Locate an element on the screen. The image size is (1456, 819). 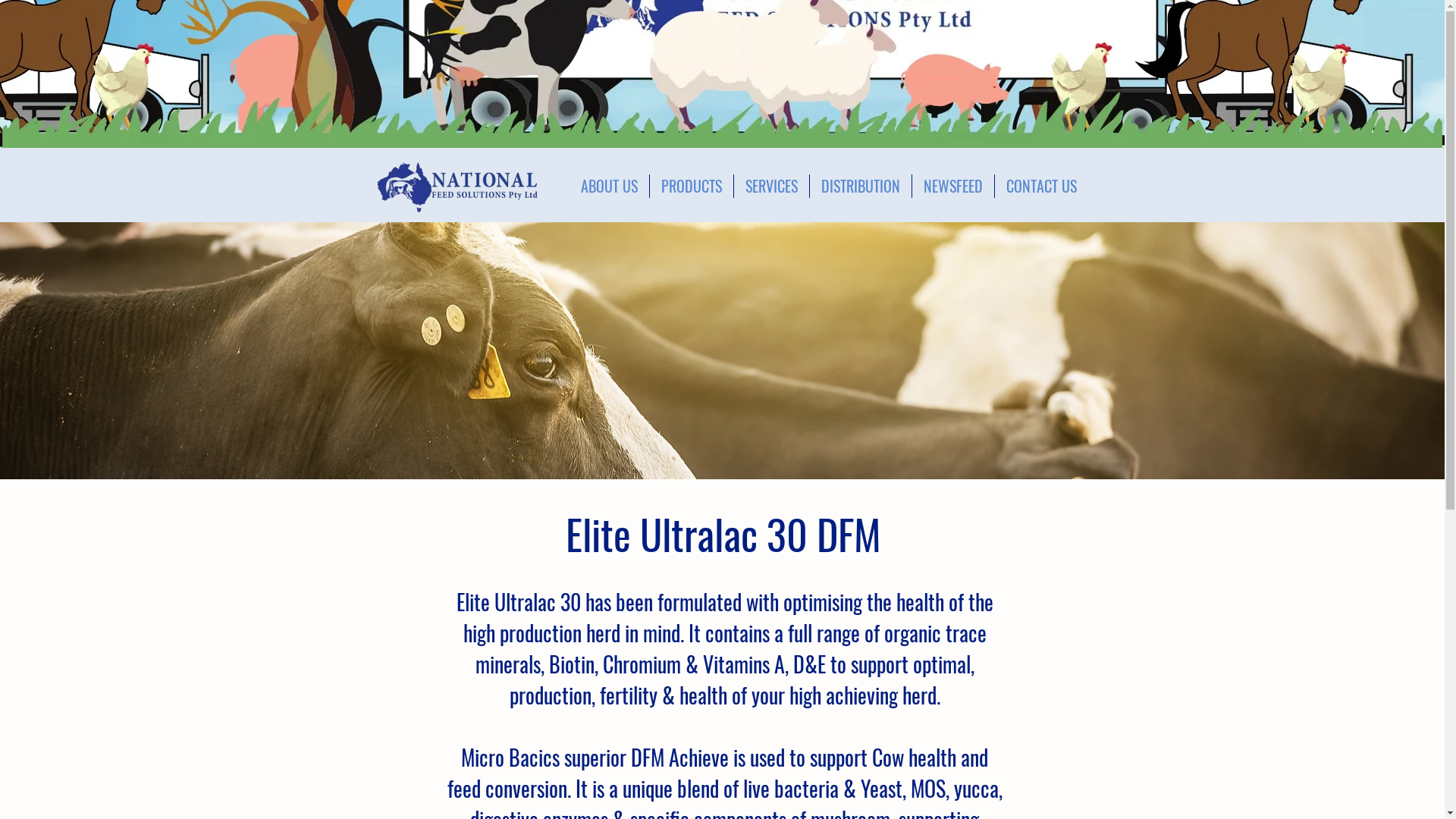
'PRODUCTS' is located at coordinates (691, 185).